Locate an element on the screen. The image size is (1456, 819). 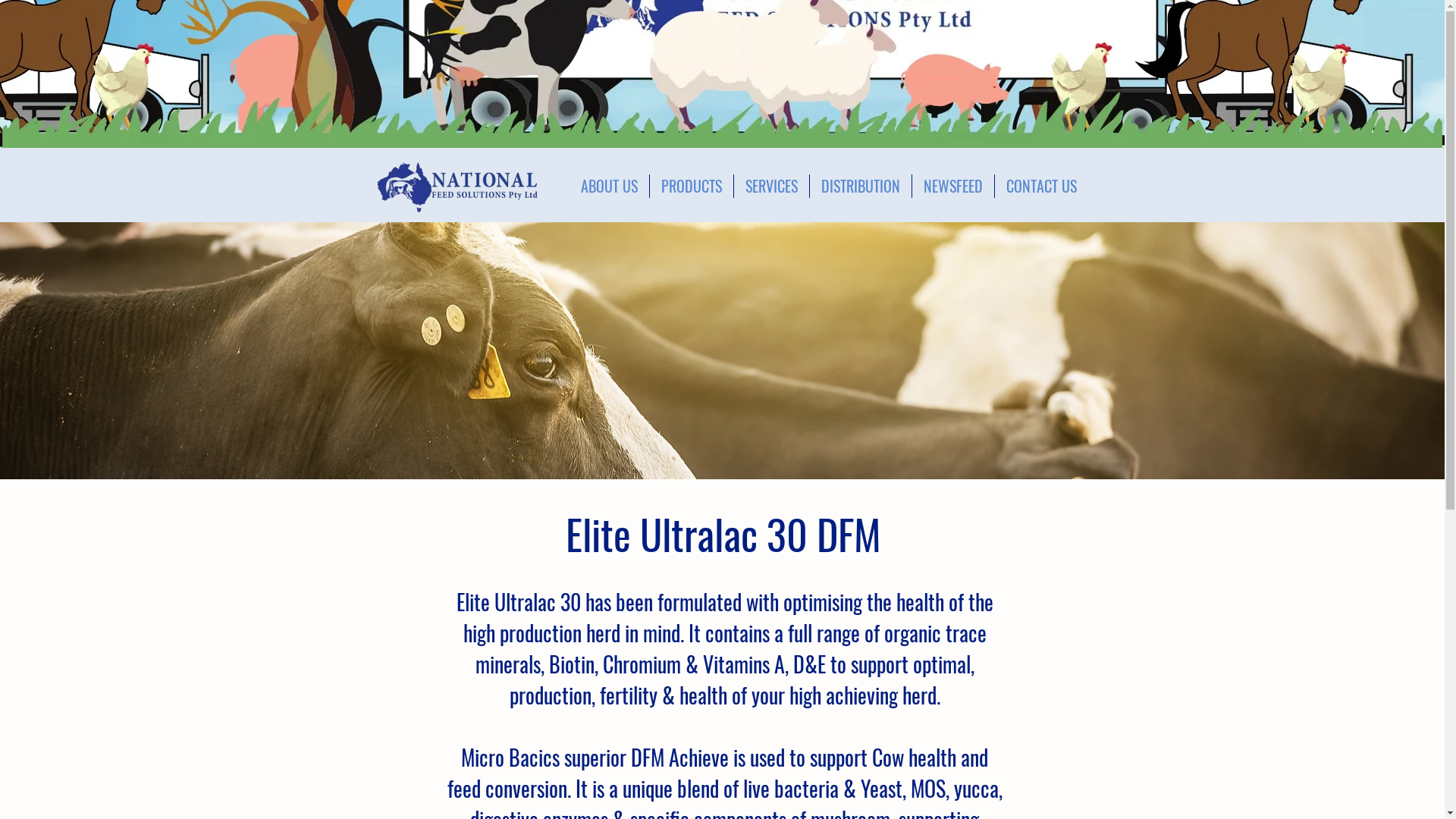
'PRODUCTS' is located at coordinates (691, 185).